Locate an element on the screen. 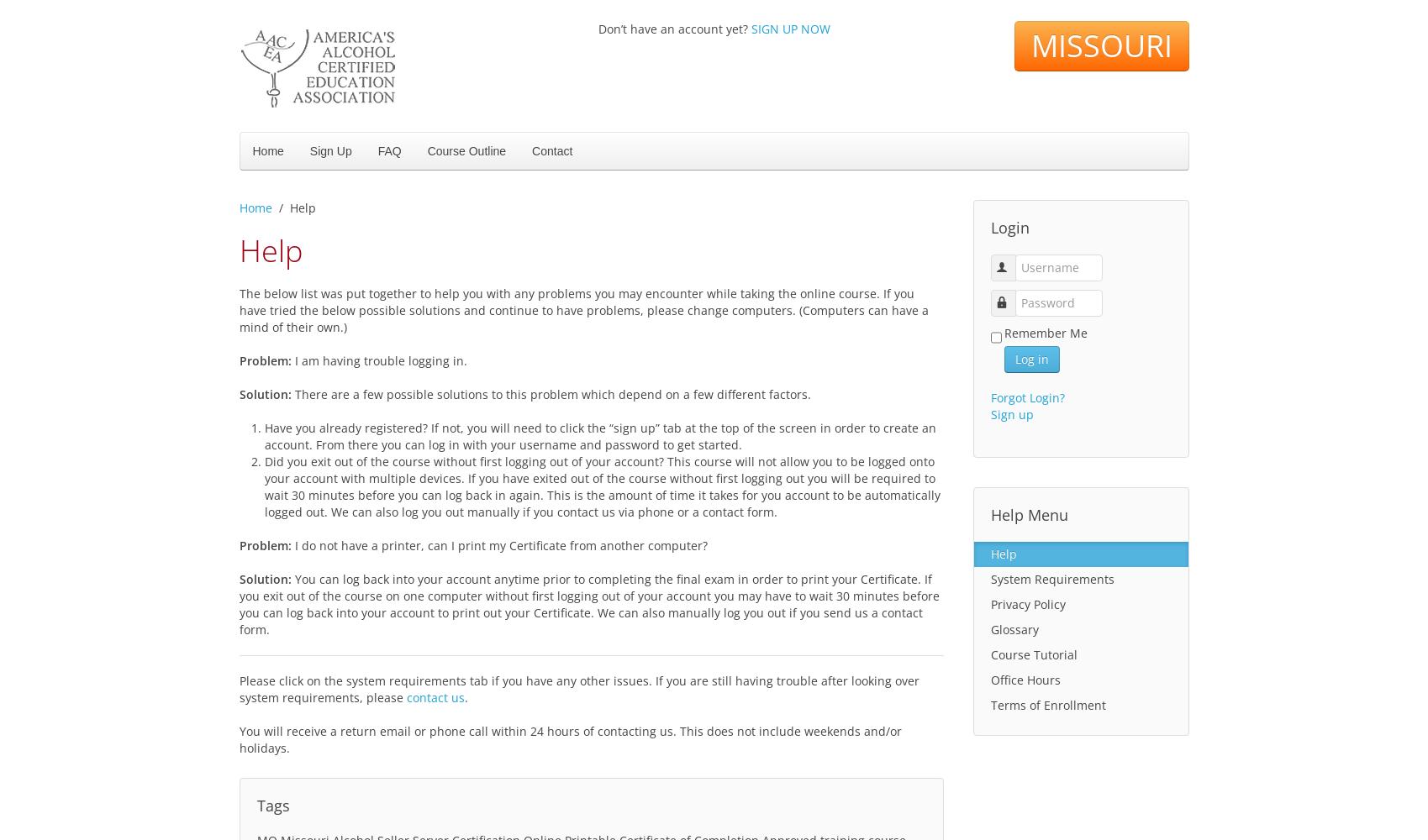 This screenshot has width=1428, height=840. 'Sign up' is located at coordinates (1012, 413).